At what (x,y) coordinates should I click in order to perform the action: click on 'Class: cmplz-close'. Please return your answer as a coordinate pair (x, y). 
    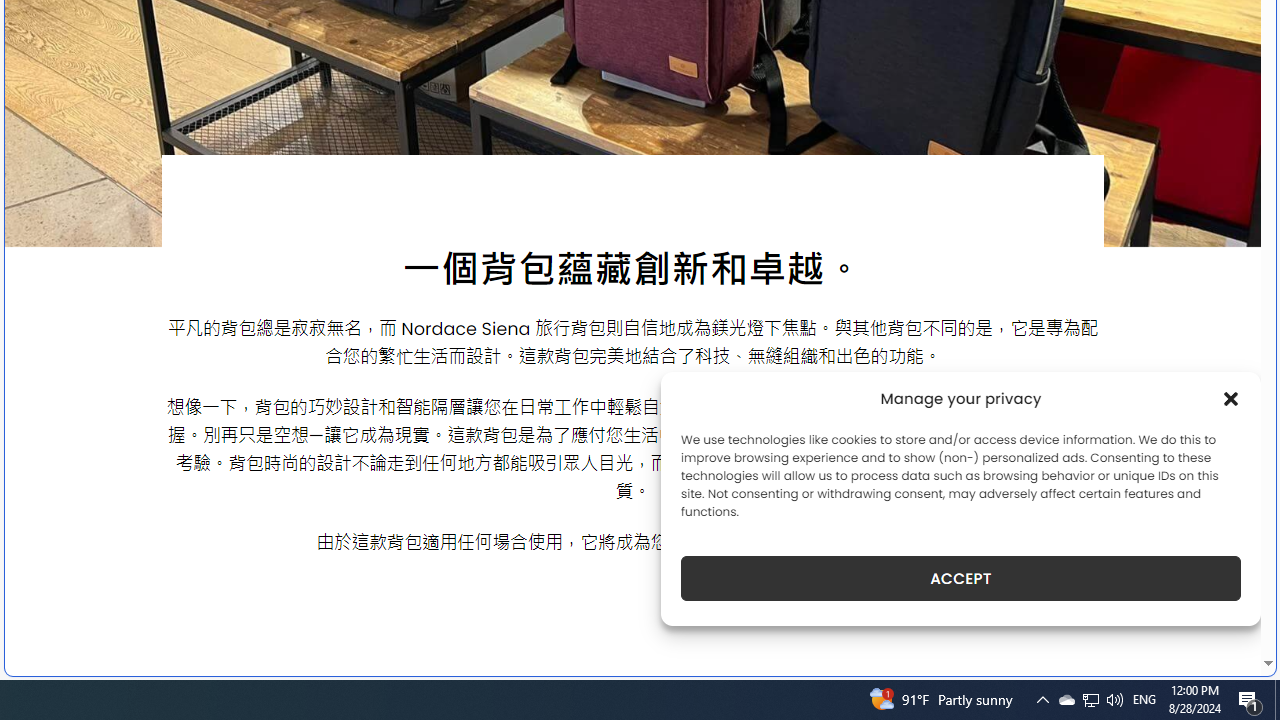
    Looking at the image, I should click on (1230, 398).